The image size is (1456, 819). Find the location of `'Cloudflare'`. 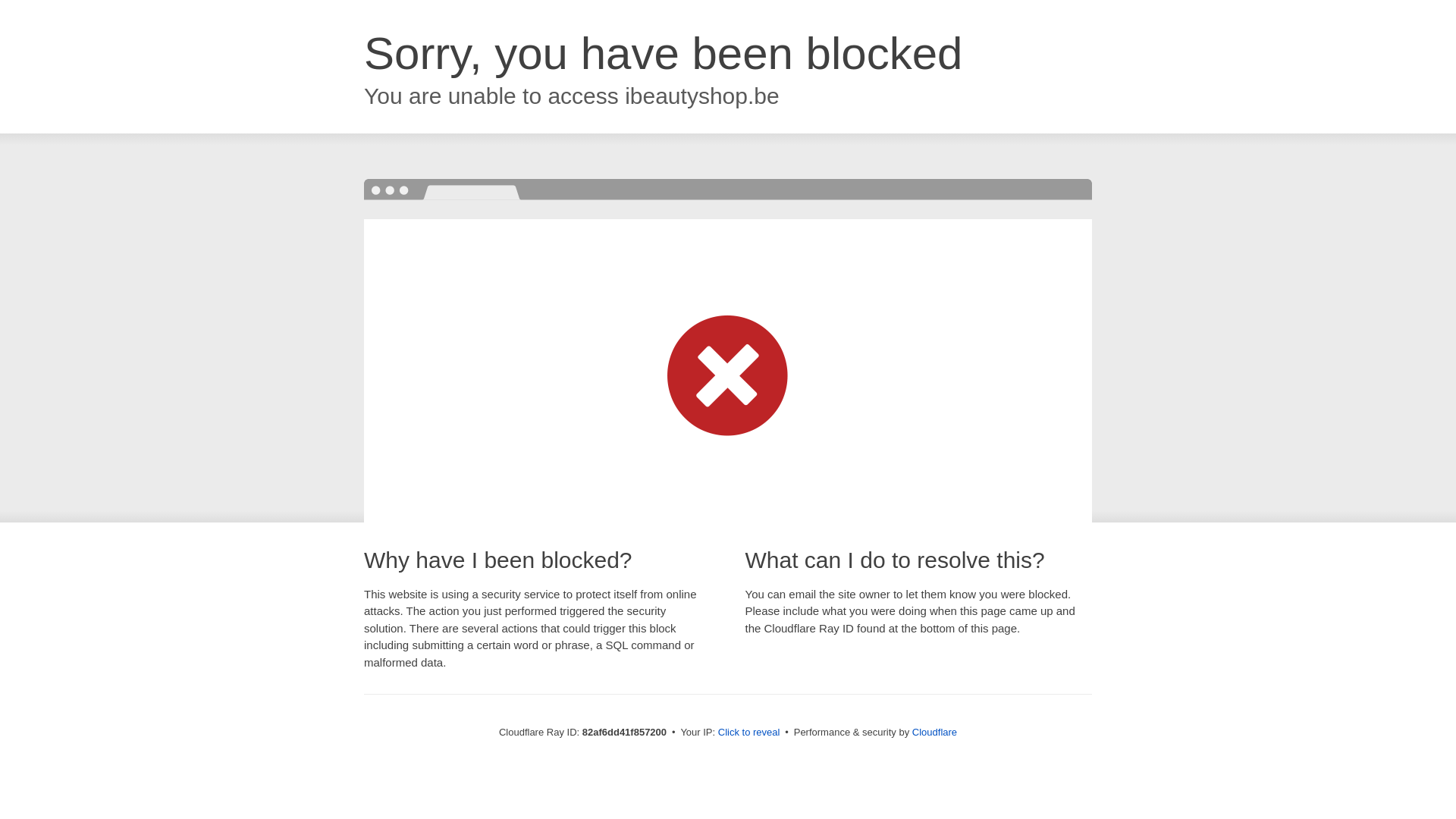

'Cloudflare' is located at coordinates (934, 731).